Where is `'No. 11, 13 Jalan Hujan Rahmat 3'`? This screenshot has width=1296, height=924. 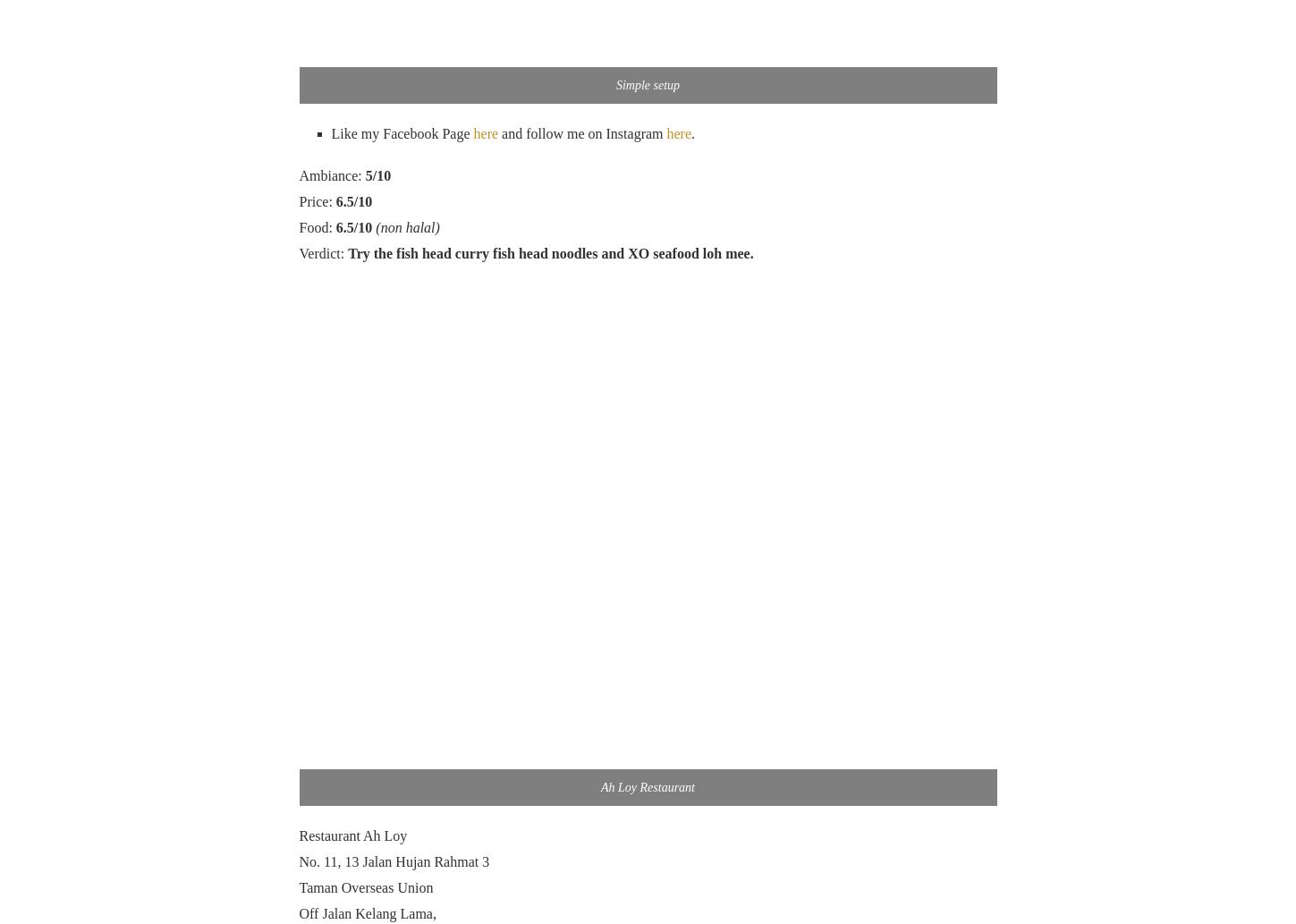
'No. 11, 13 Jalan Hujan Rahmat 3' is located at coordinates (394, 860).